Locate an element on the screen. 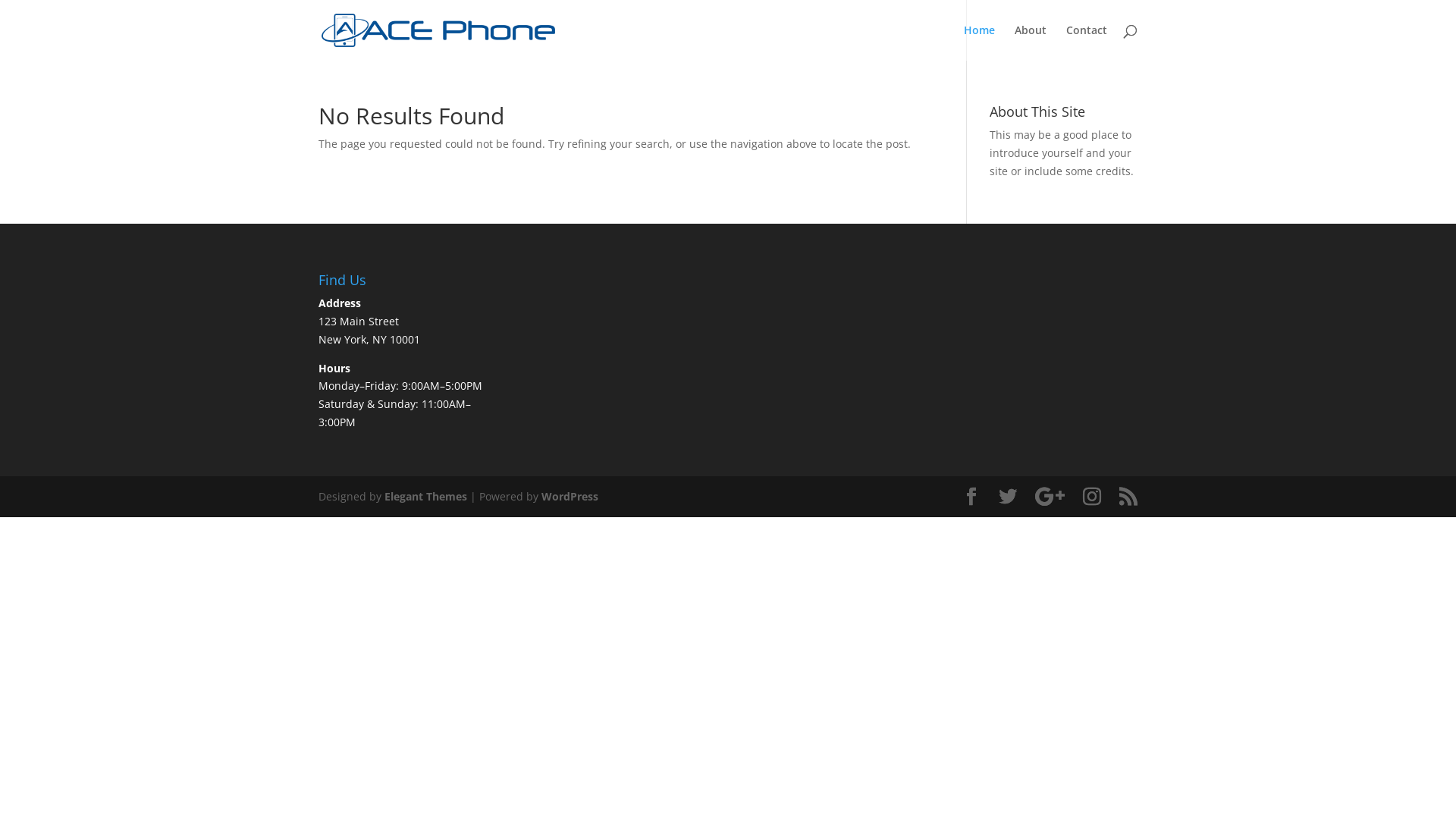  'Contact' is located at coordinates (1065, 42).